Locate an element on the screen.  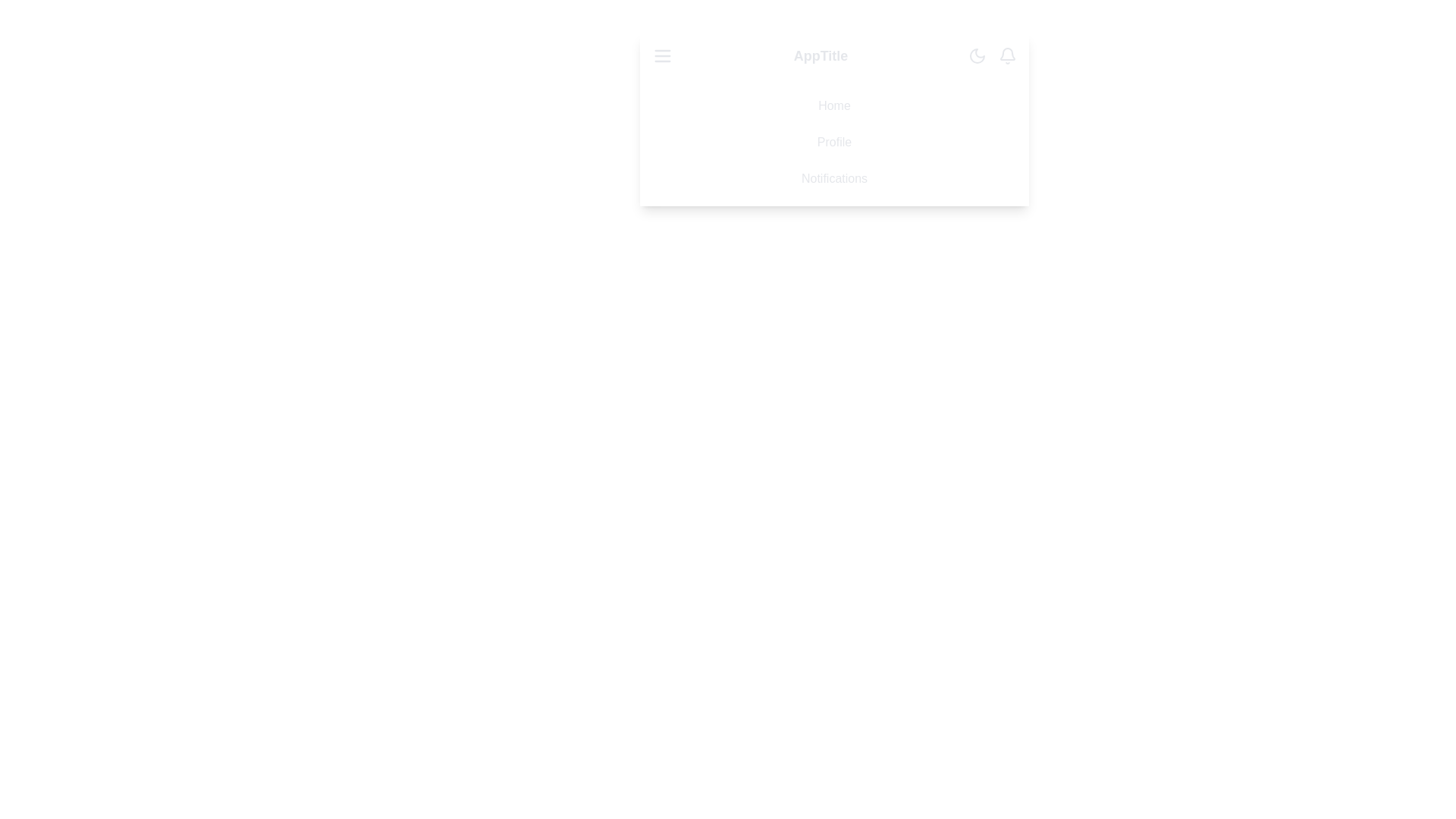
the button containing the moon icon to toggle between dark and light modes is located at coordinates (977, 55).